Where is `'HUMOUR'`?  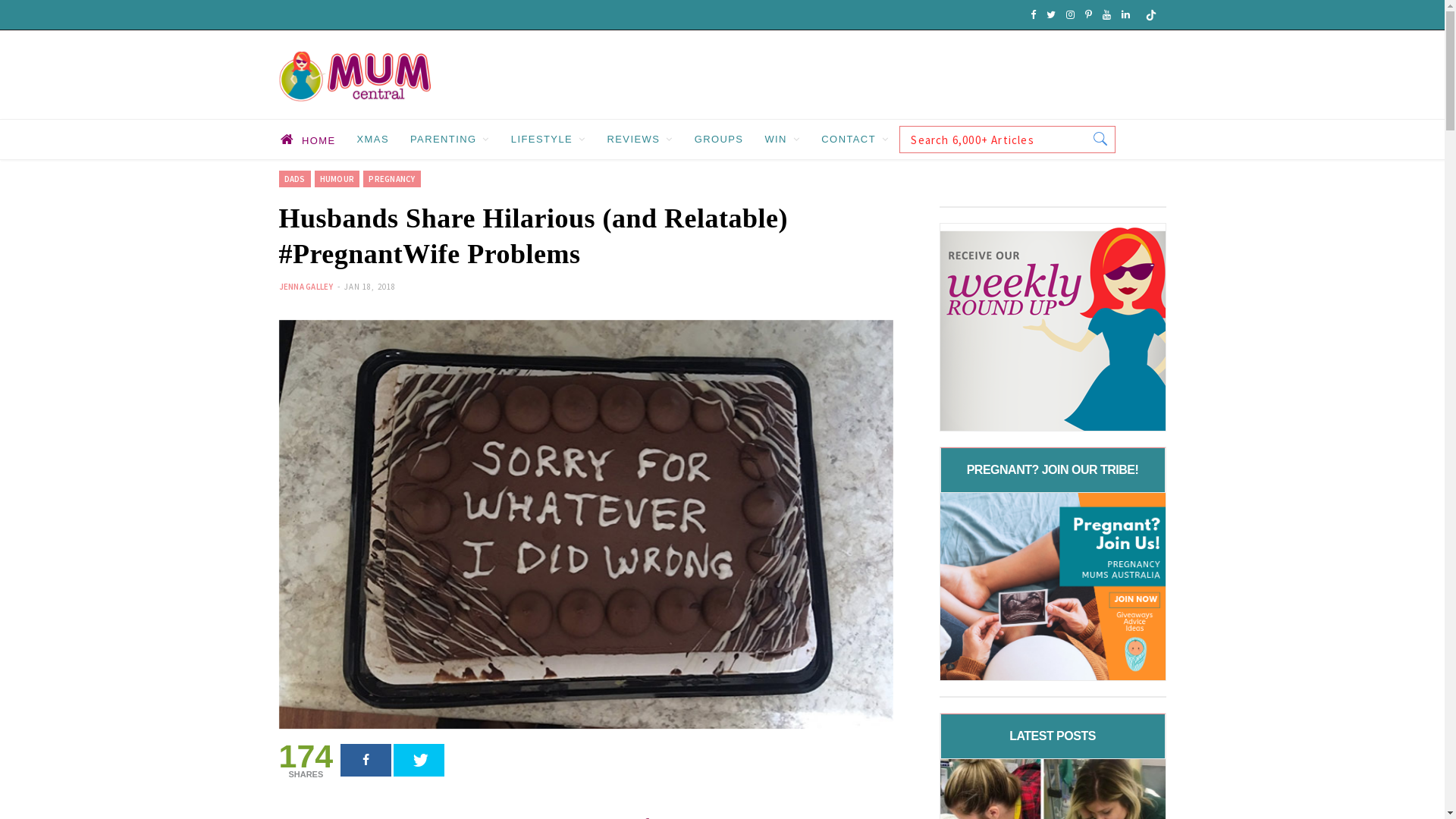 'HUMOUR' is located at coordinates (337, 177).